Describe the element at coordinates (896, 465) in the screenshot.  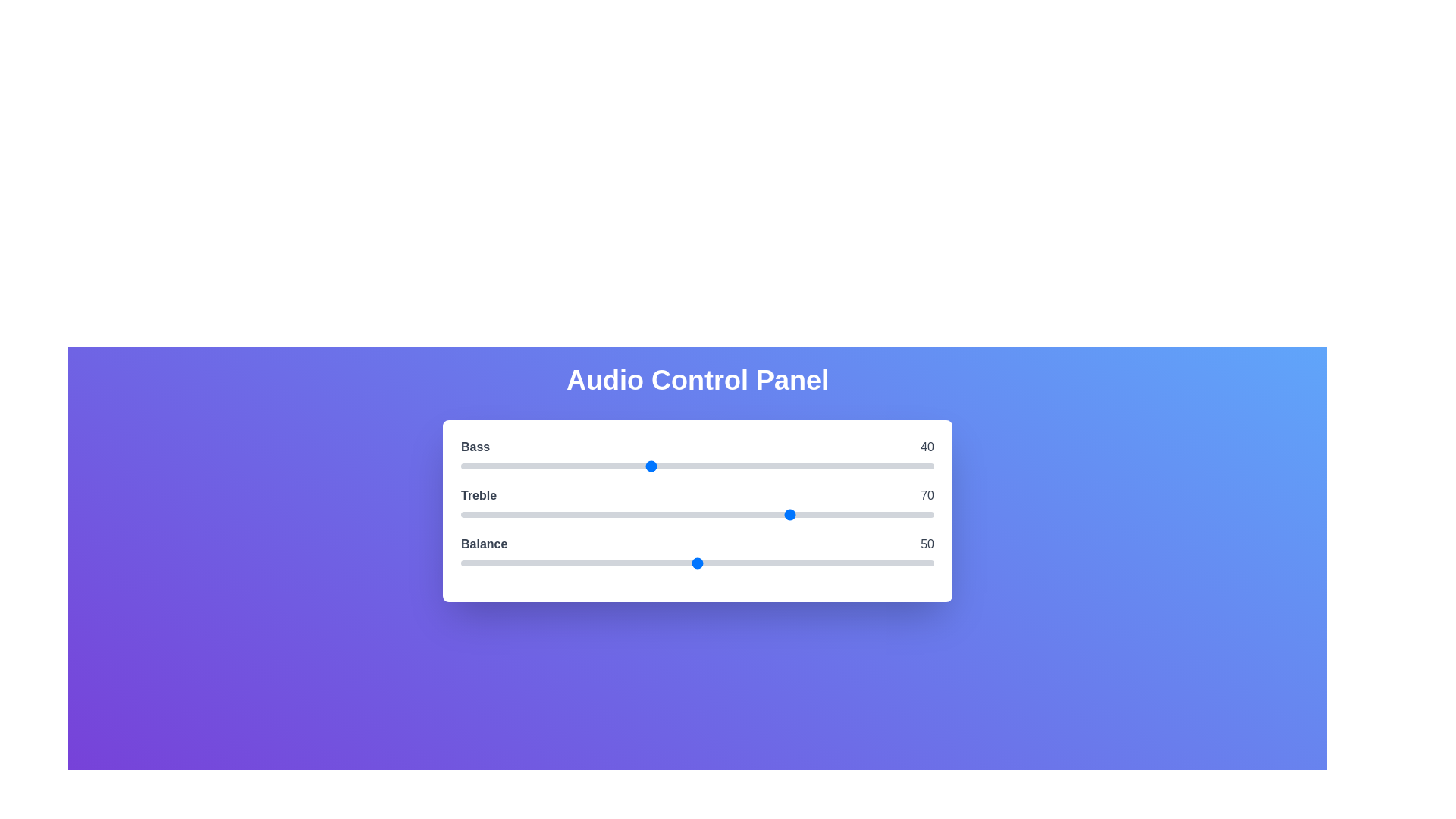
I see `the 0 slider to 92` at that location.